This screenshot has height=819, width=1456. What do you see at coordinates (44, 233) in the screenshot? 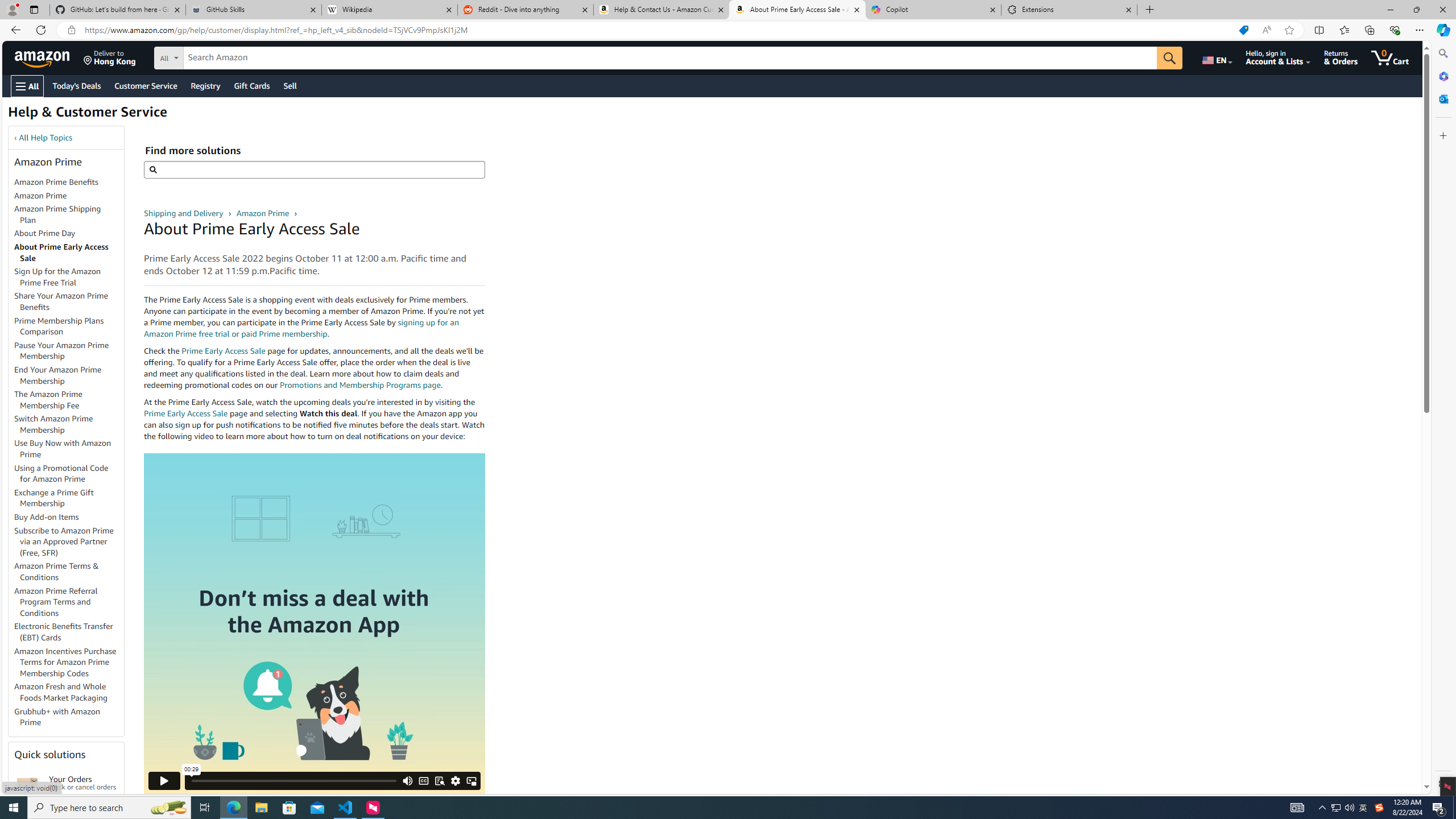
I see `'About Prime Day'` at bounding box center [44, 233].